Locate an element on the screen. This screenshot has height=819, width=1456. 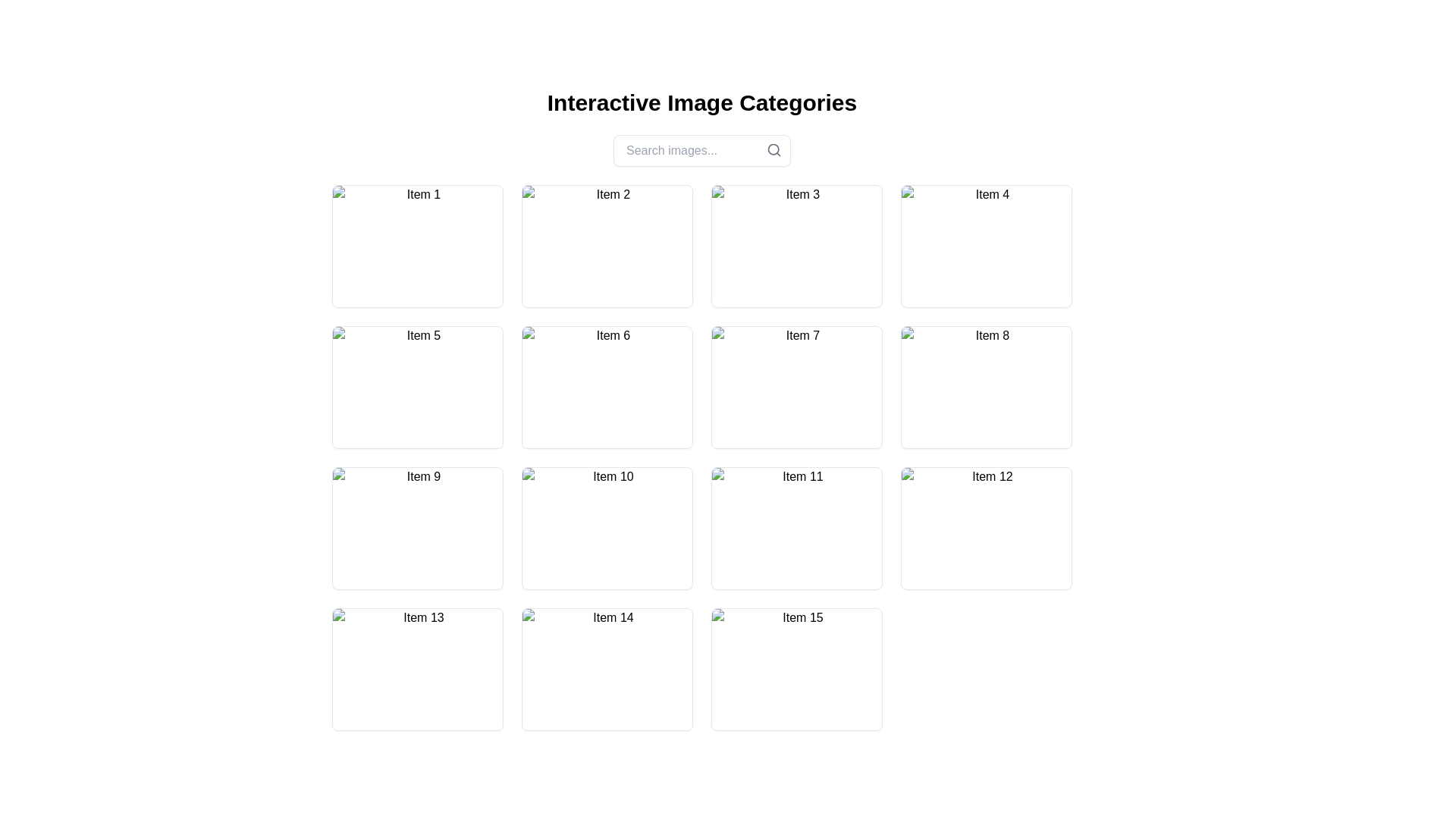
the image representing 'Item 13' located at the bottom-left of a three-row grid layout is located at coordinates (418, 669).